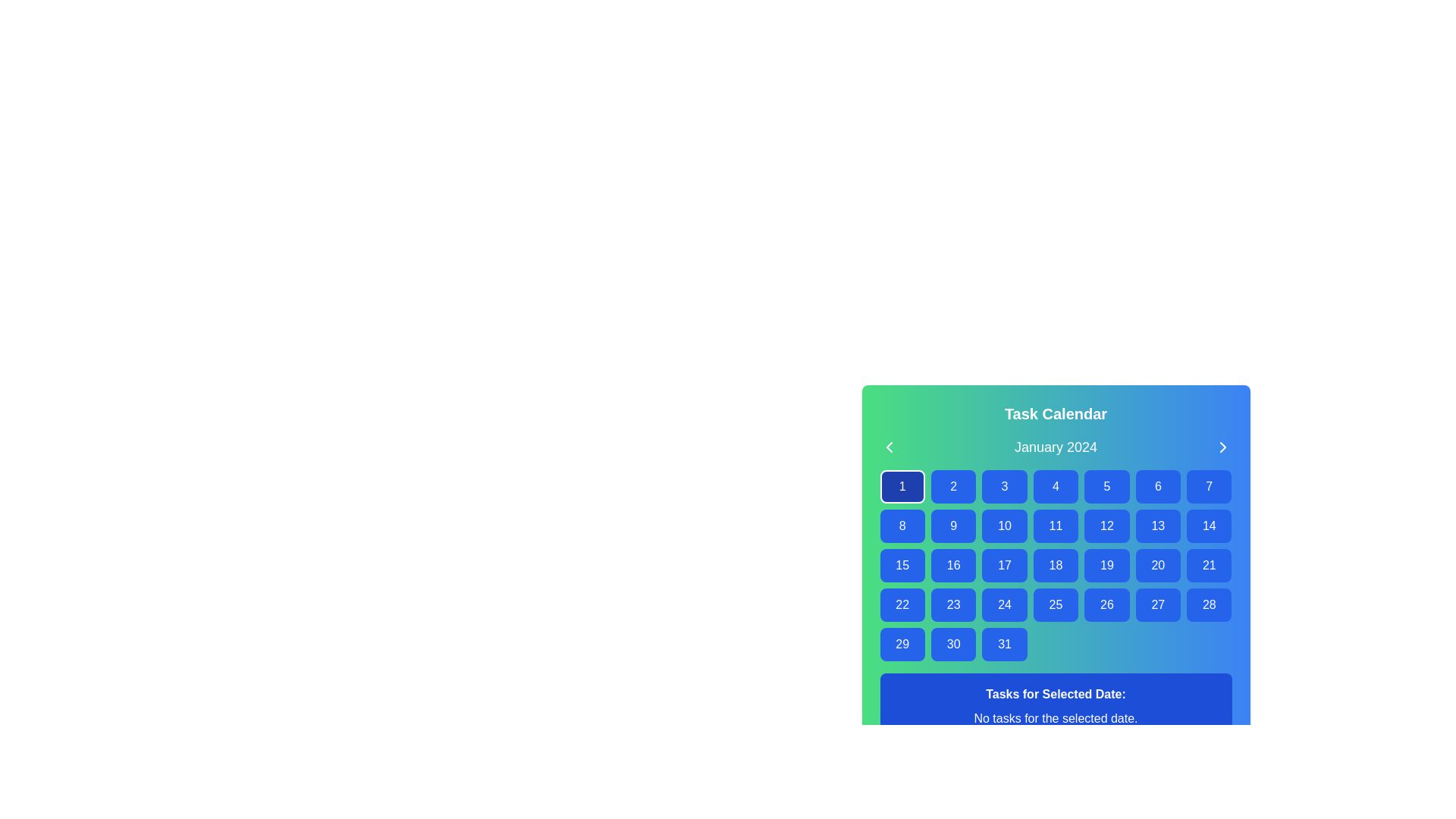 This screenshot has height=819, width=1456. I want to click on the clickable date button for '20' in the calendar, so click(1157, 565).